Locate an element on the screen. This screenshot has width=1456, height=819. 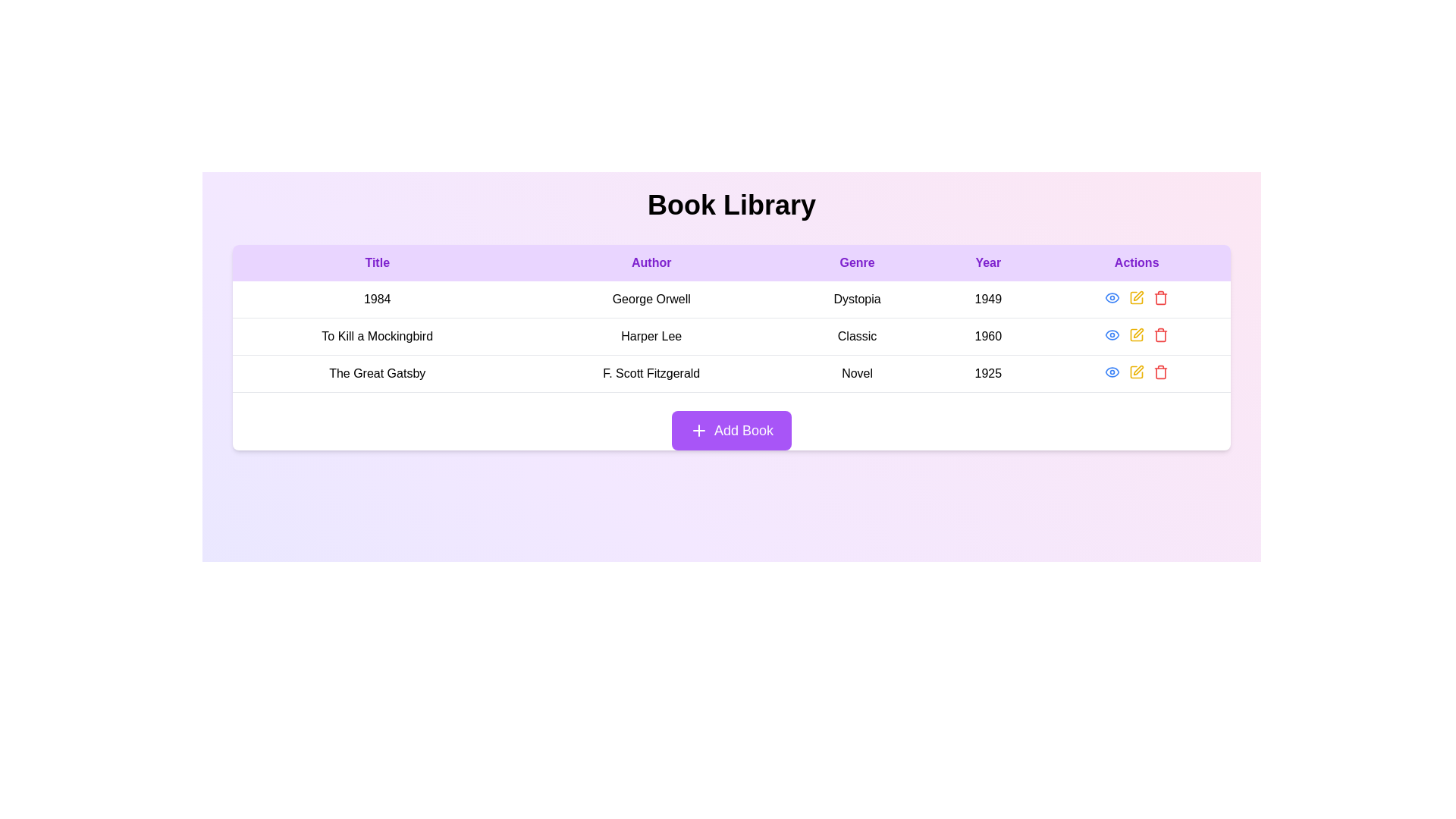
the text label indicating the title of the book '1984', which is the first cell under the 'Title' column is located at coordinates (377, 300).